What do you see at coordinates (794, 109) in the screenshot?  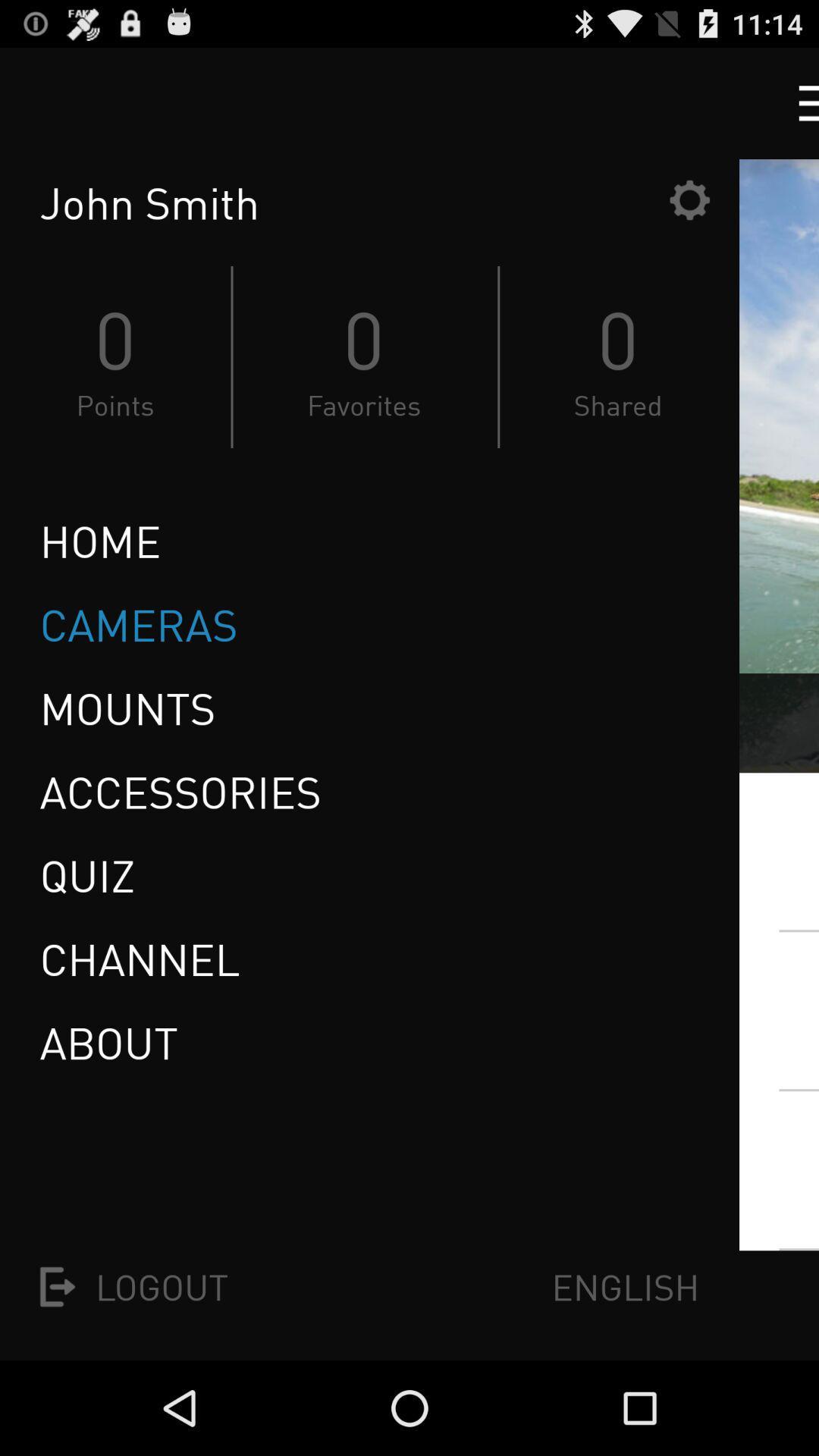 I see `the menu icon` at bounding box center [794, 109].